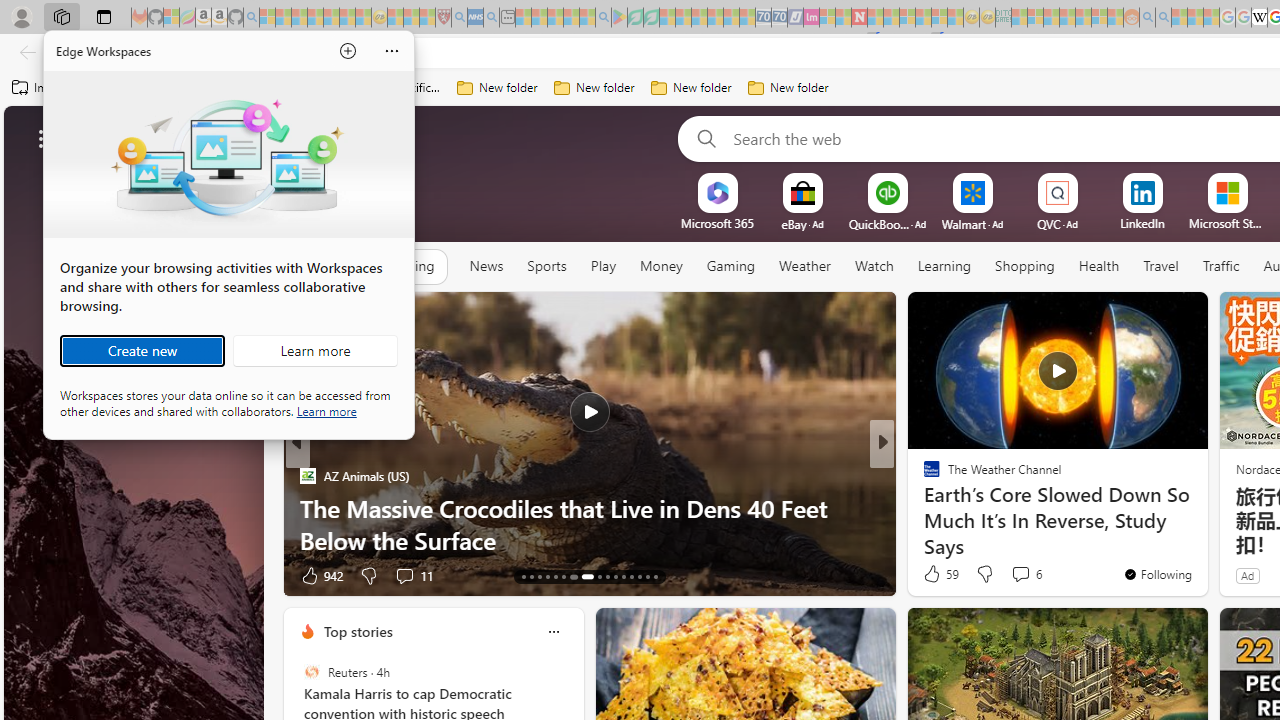  What do you see at coordinates (1026, 575) in the screenshot?
I see `'View comments 2 Comment'` at bounding box center [1026, 575].